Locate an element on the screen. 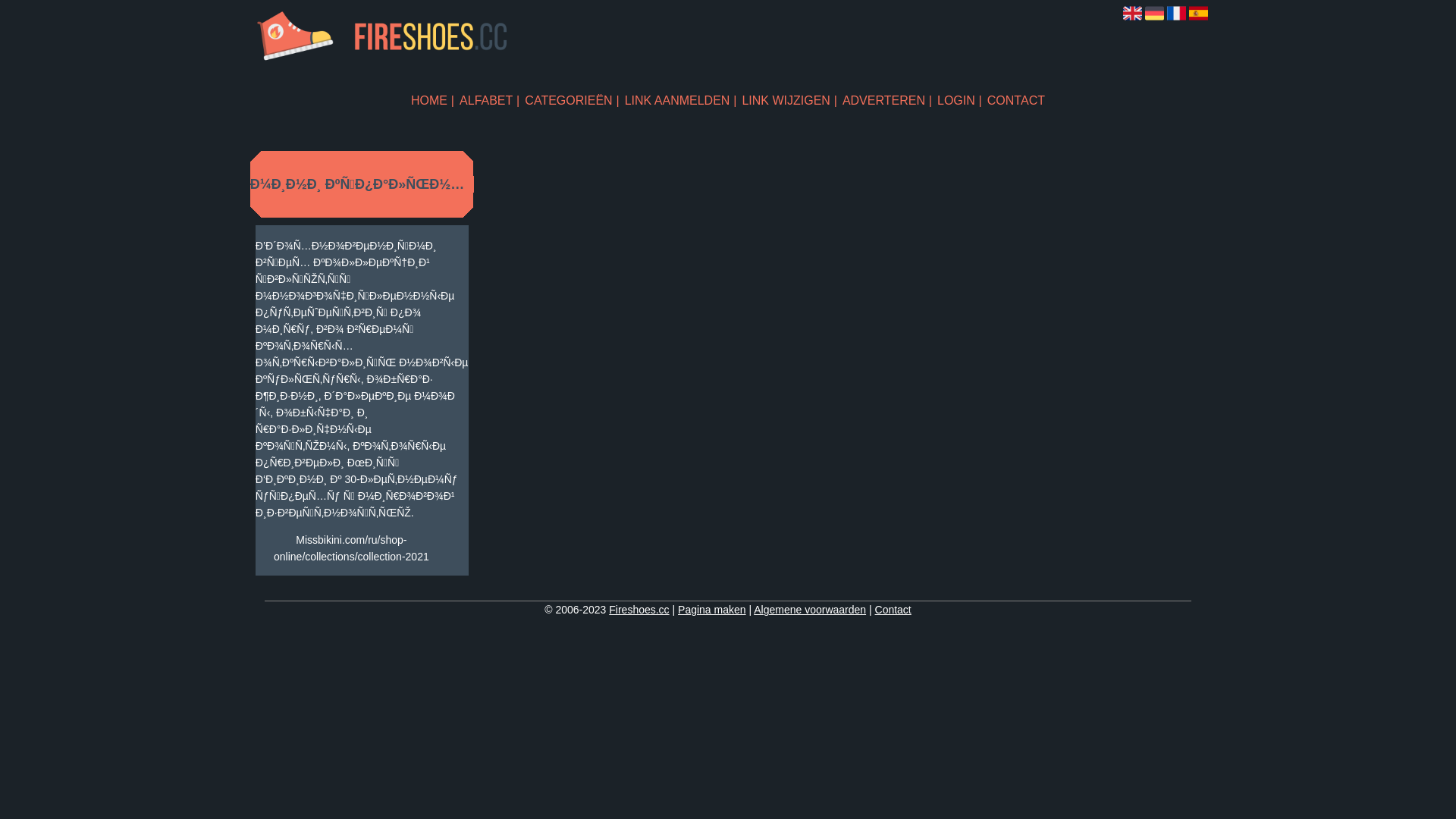 This screenshot has height=819, width=1456. 'HOME' is located at coordinates (431, 100).